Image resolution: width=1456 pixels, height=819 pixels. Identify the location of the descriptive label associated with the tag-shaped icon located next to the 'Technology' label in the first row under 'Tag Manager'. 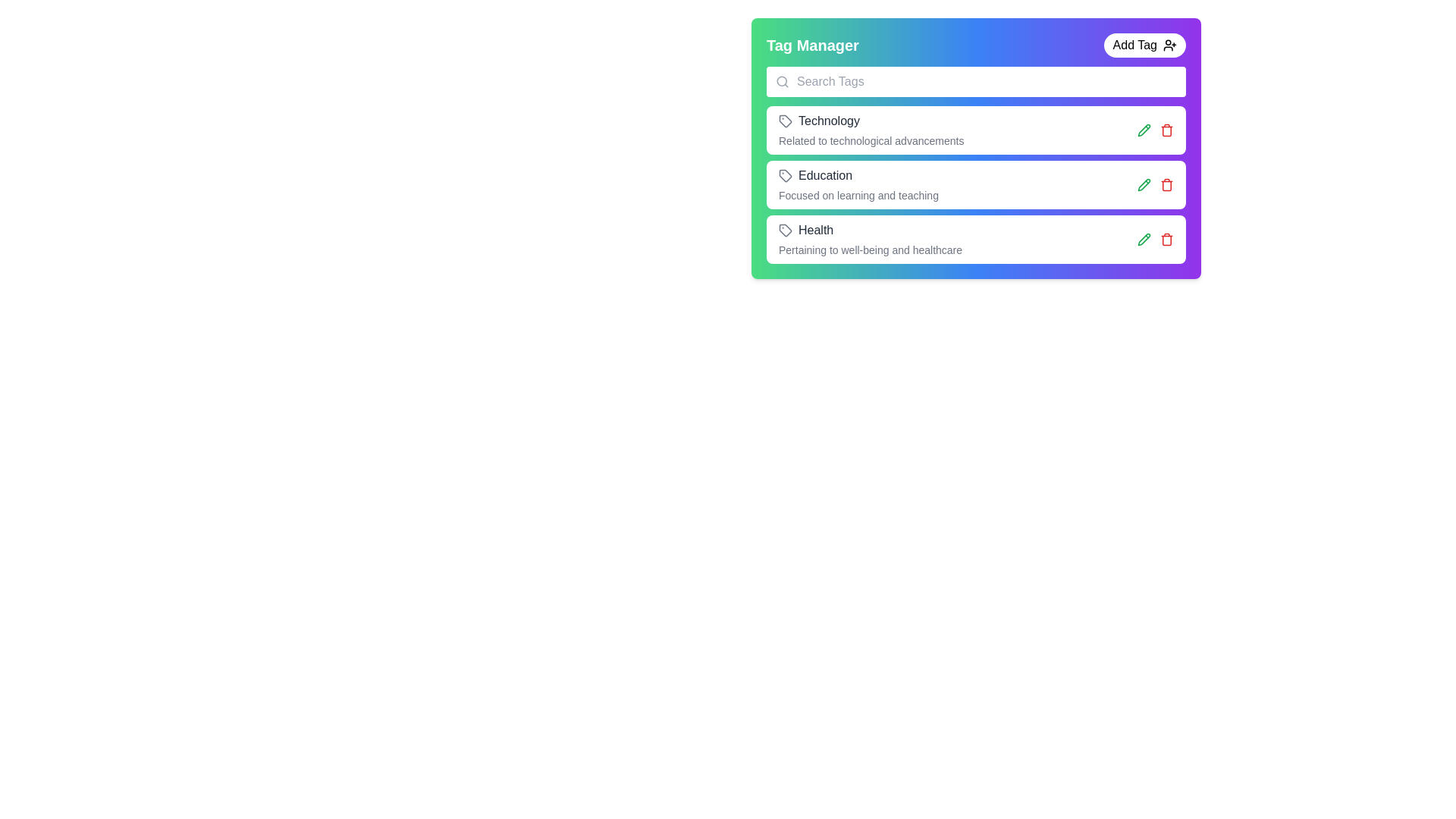
(785, 119).